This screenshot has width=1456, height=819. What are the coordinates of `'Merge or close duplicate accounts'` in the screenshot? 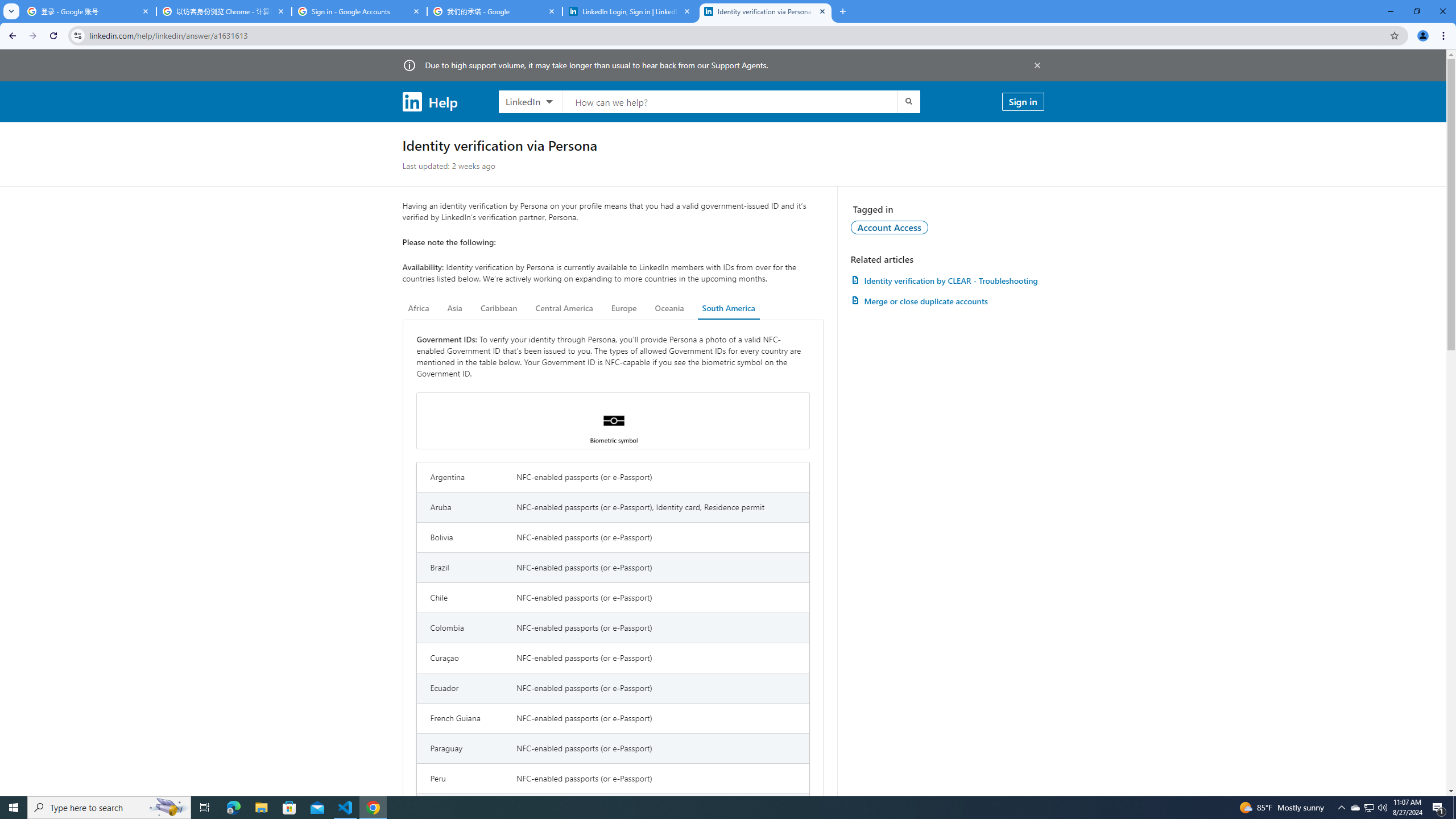 It's located at (946, 300).